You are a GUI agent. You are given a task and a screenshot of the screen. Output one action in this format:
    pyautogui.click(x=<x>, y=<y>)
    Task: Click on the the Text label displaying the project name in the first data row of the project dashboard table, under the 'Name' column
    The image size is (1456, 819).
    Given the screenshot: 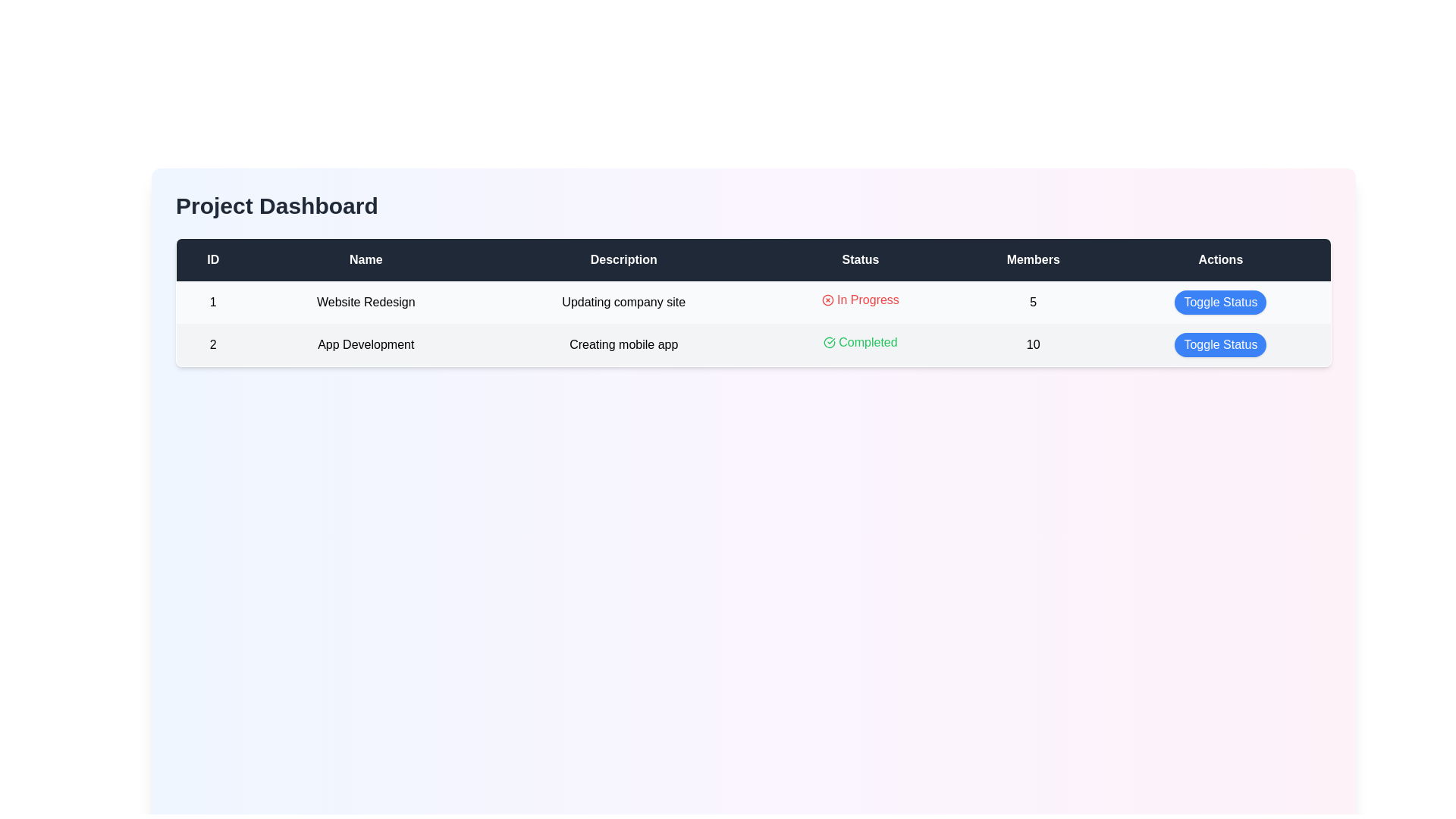 What is the action you would take?
    pyautogui.click(x=366, y=302)
    